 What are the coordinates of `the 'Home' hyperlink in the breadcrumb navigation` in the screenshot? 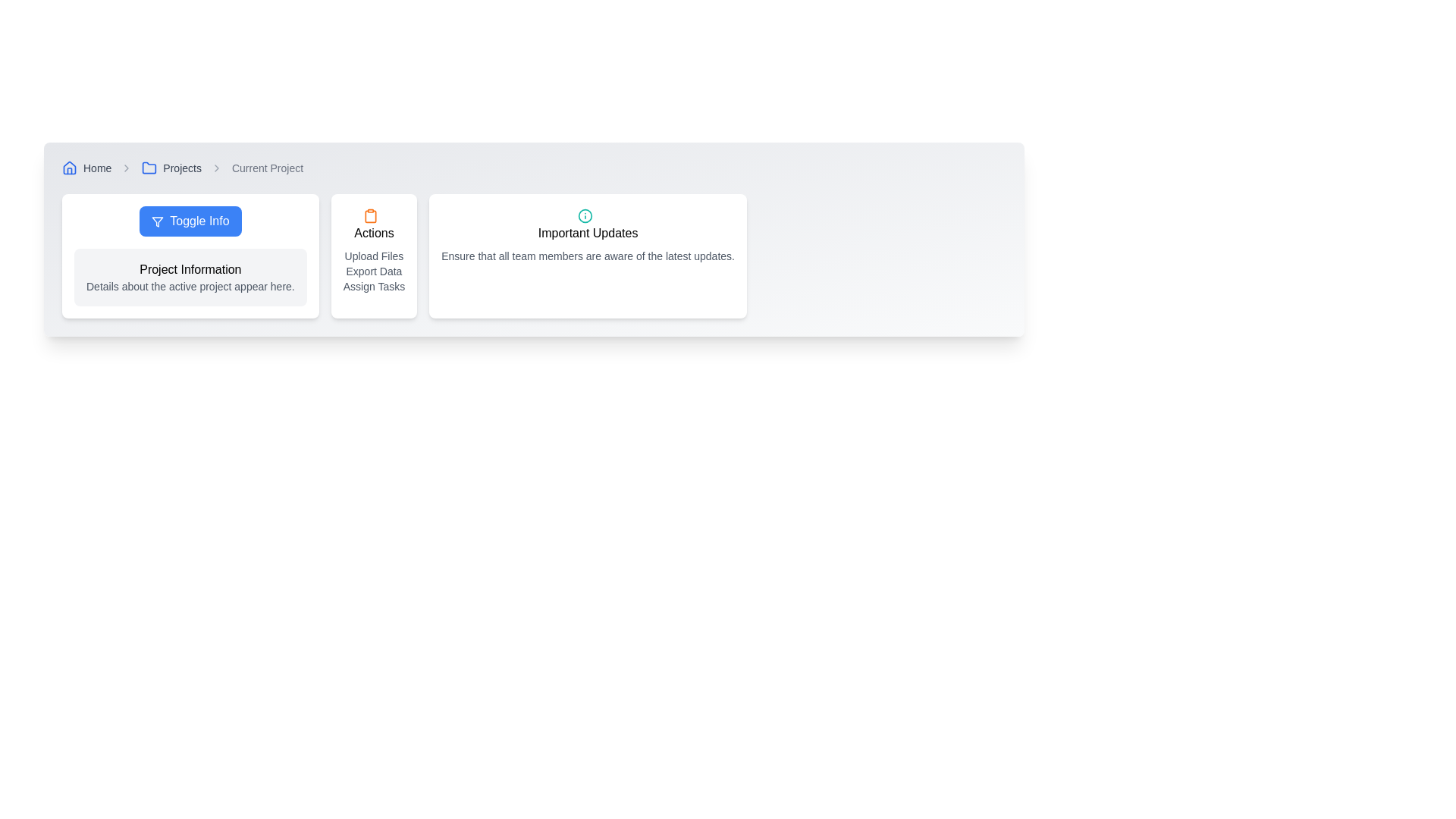 It's located at (96, 168).